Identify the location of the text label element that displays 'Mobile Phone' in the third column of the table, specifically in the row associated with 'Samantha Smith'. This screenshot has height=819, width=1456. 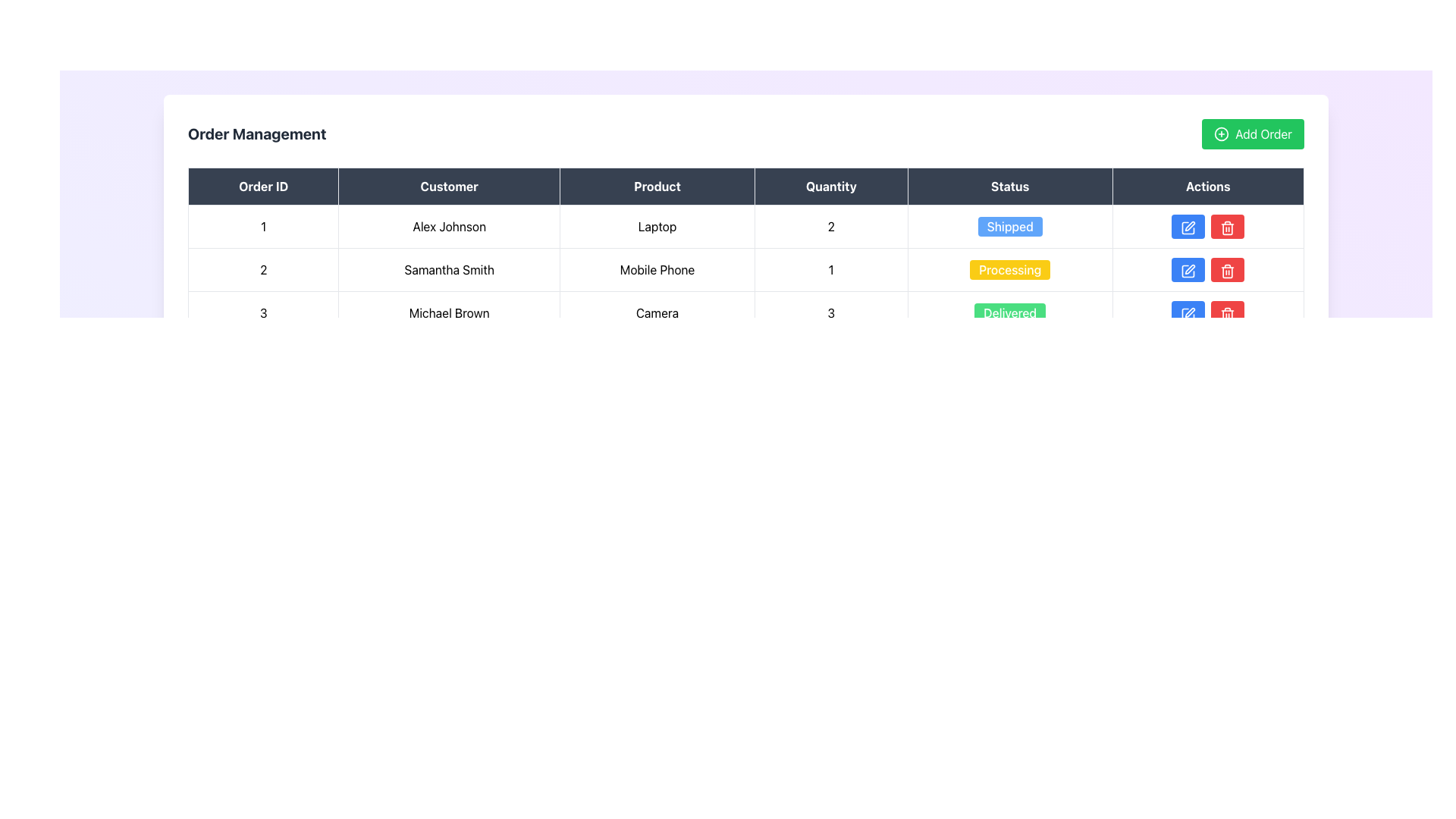
(657, 268).